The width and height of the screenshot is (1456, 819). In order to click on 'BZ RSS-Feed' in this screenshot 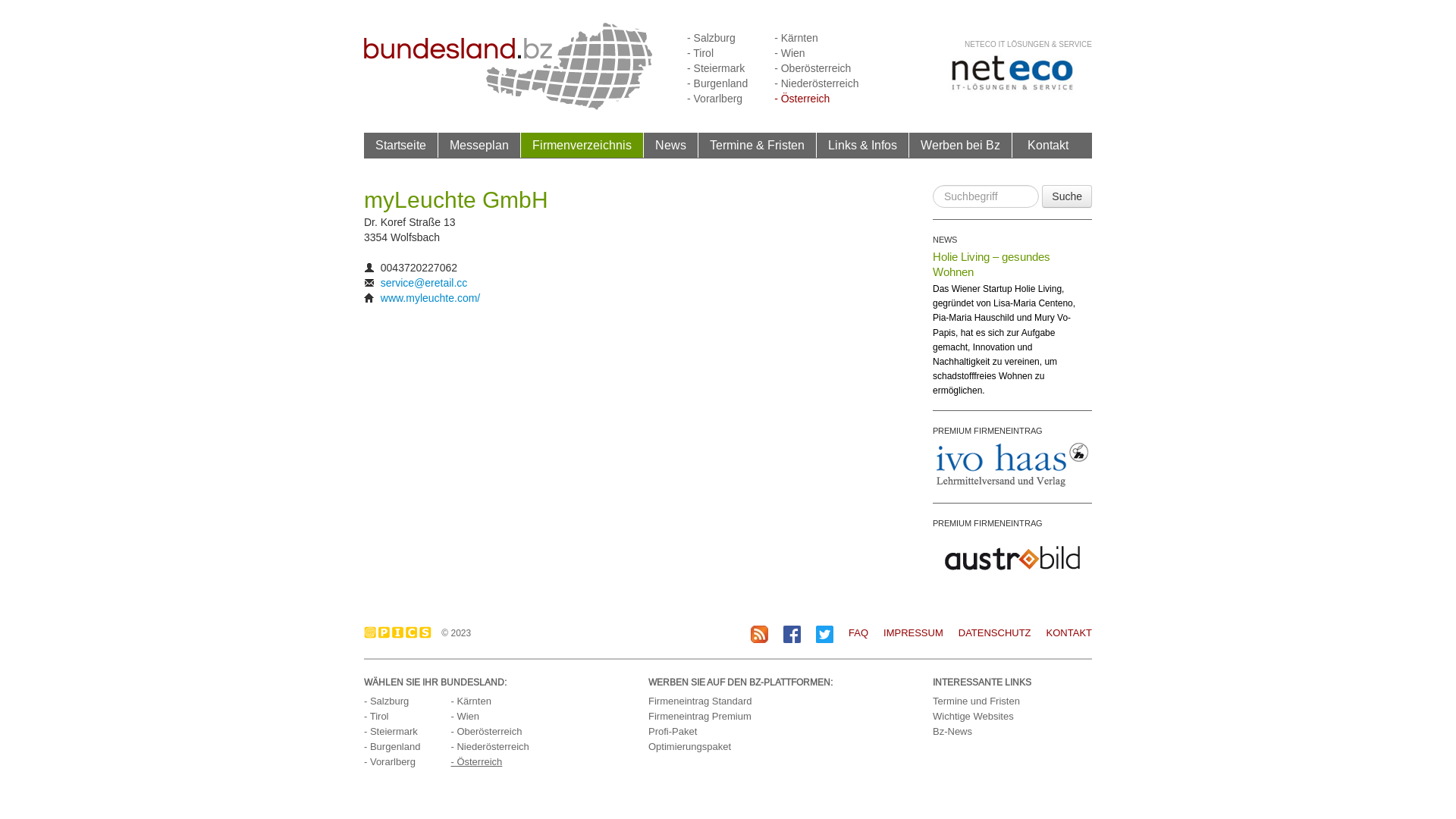, I will do `click(750, 633)`.